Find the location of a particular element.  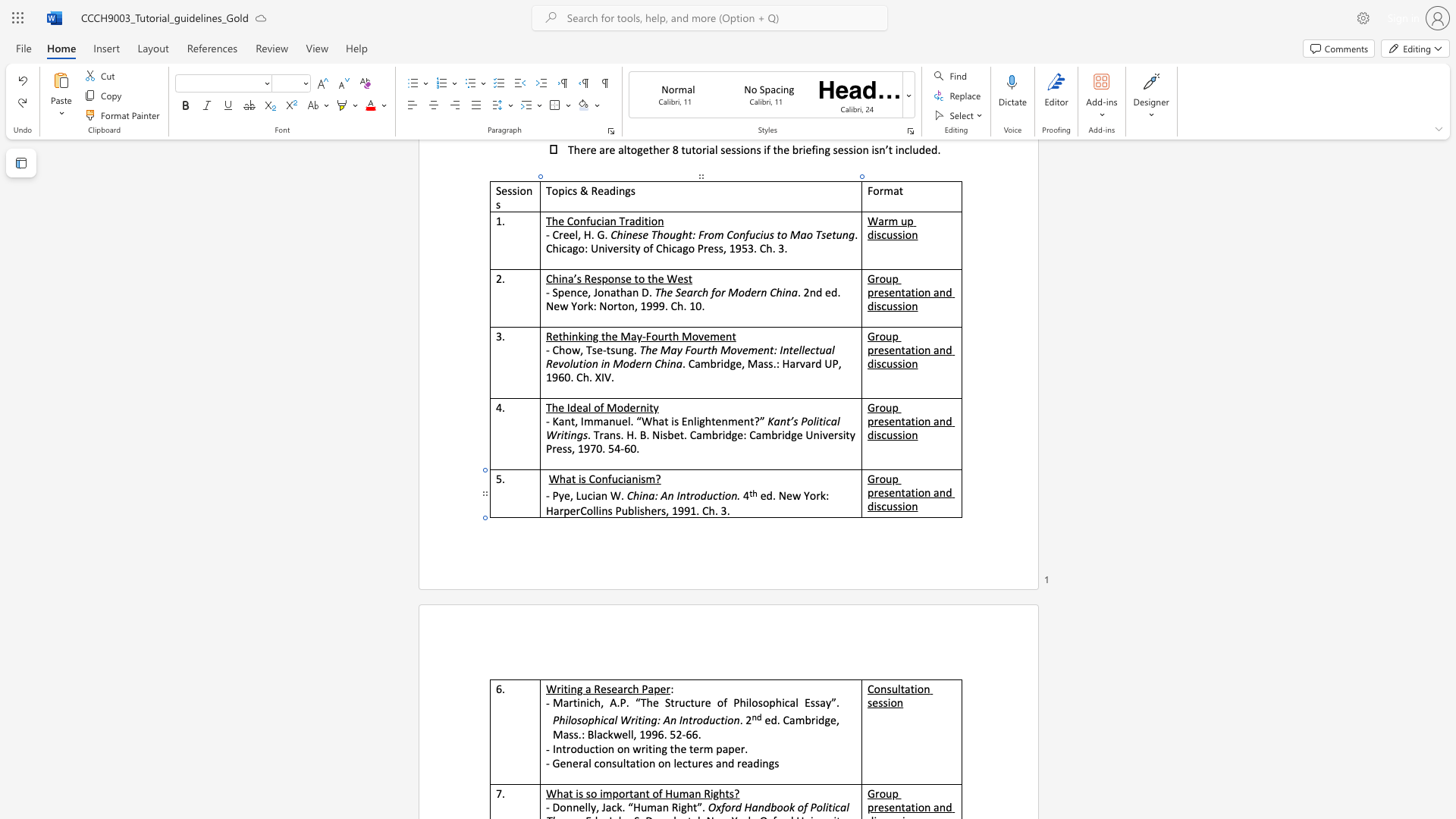

the 3th character "o" in the text is located at coordinates (766, 702).